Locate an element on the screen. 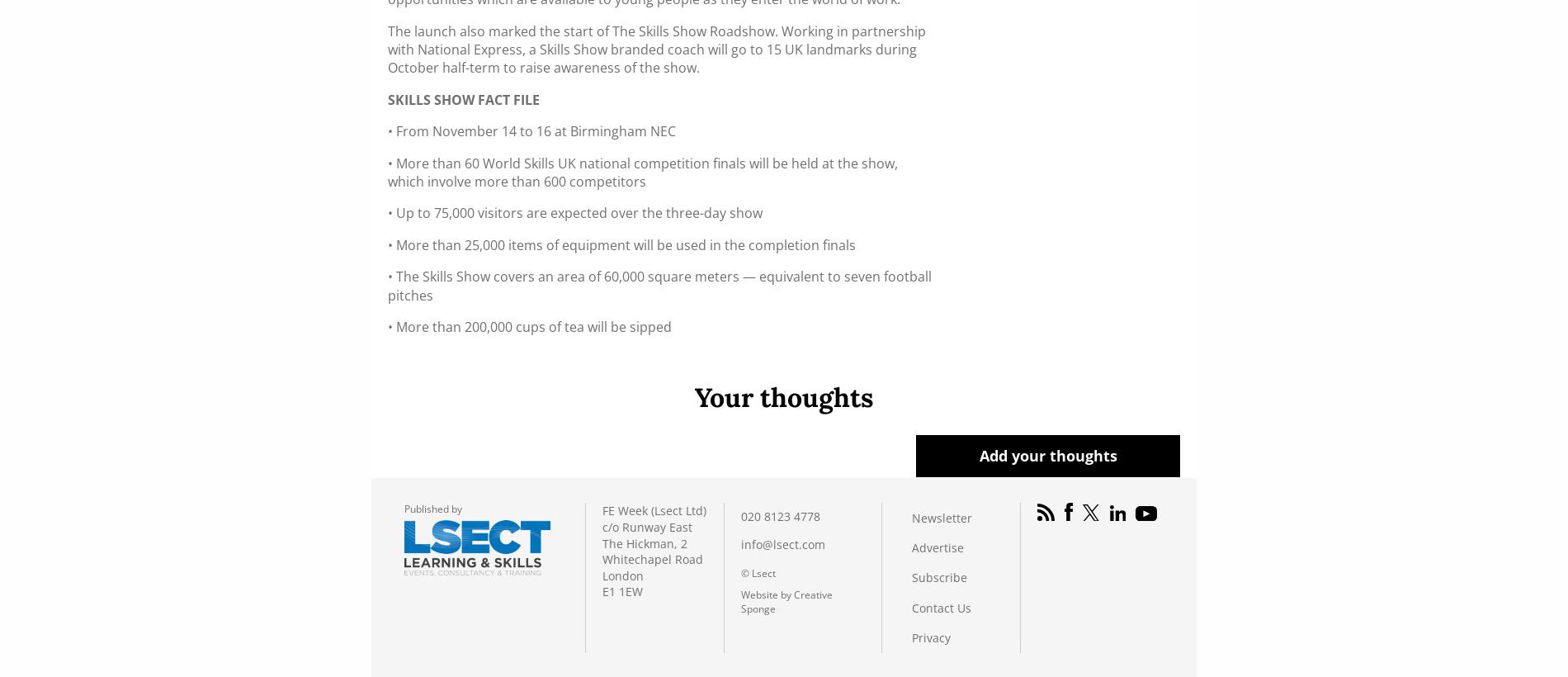 The height and width of the screenshot is (677, 1568). 'Subscribe' is located at coordinates (912, 577).